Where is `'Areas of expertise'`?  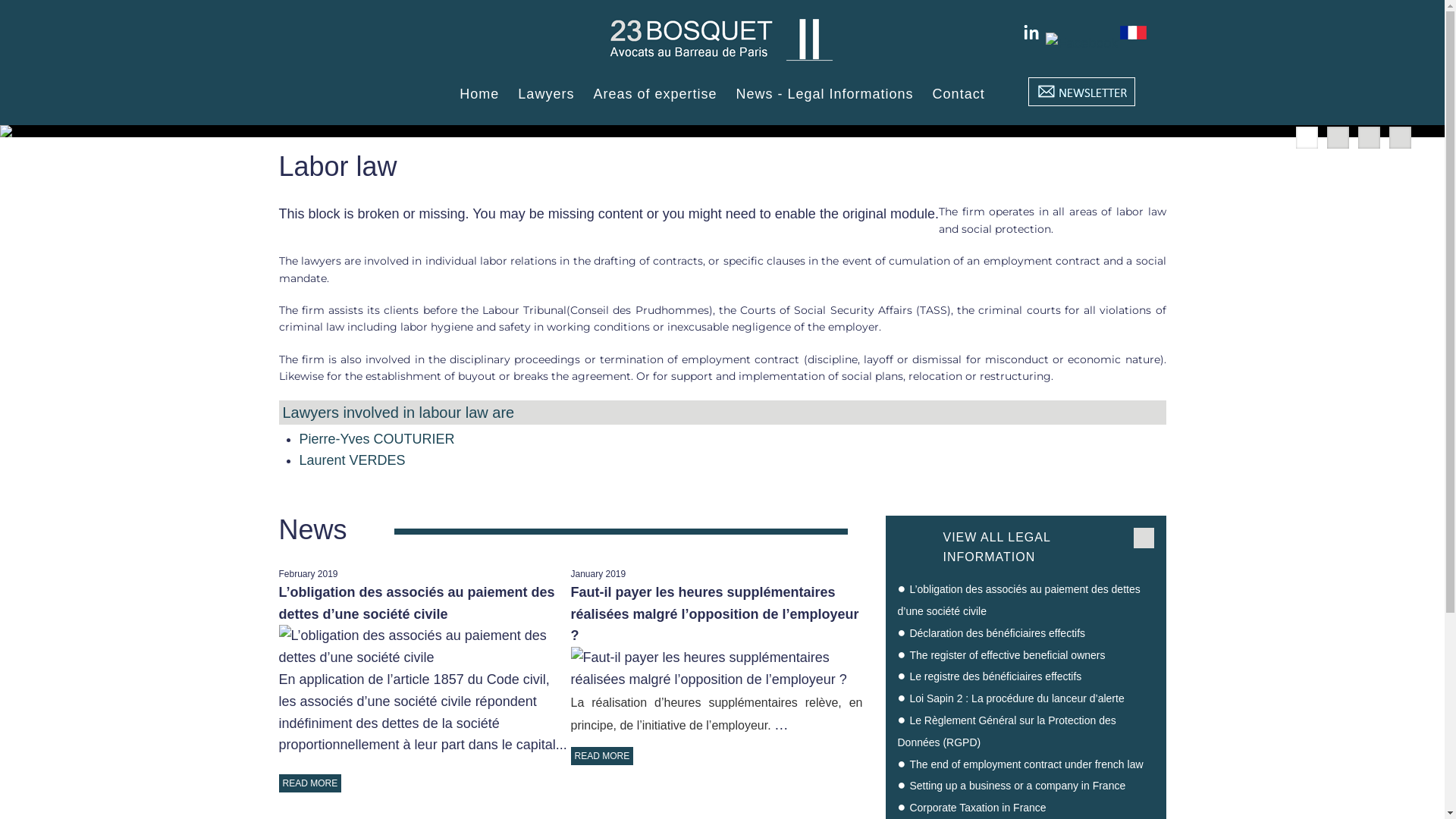
'Areas of expertise' is located at coordinates (654, 94).